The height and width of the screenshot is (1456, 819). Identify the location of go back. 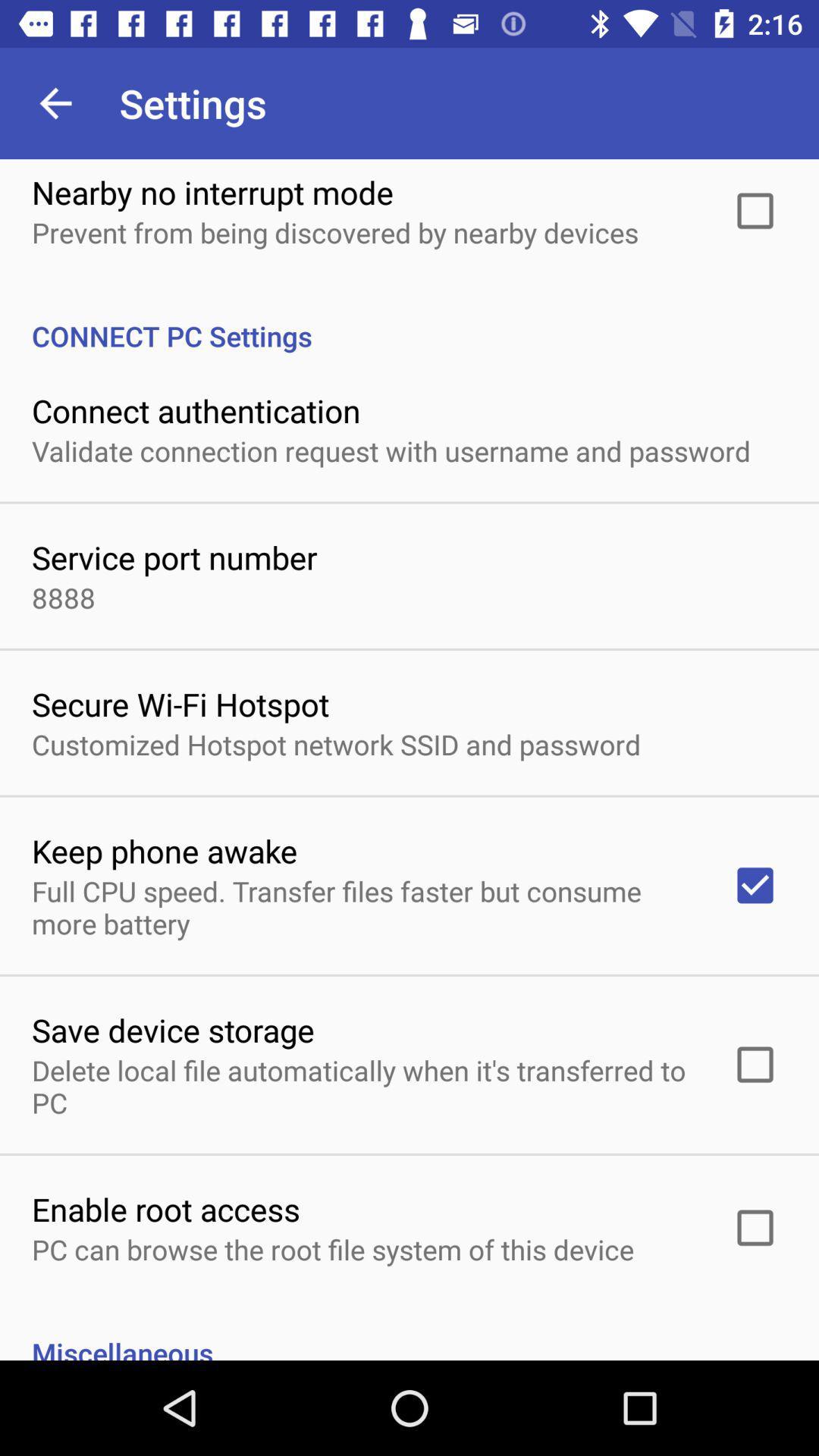
(55, 102).